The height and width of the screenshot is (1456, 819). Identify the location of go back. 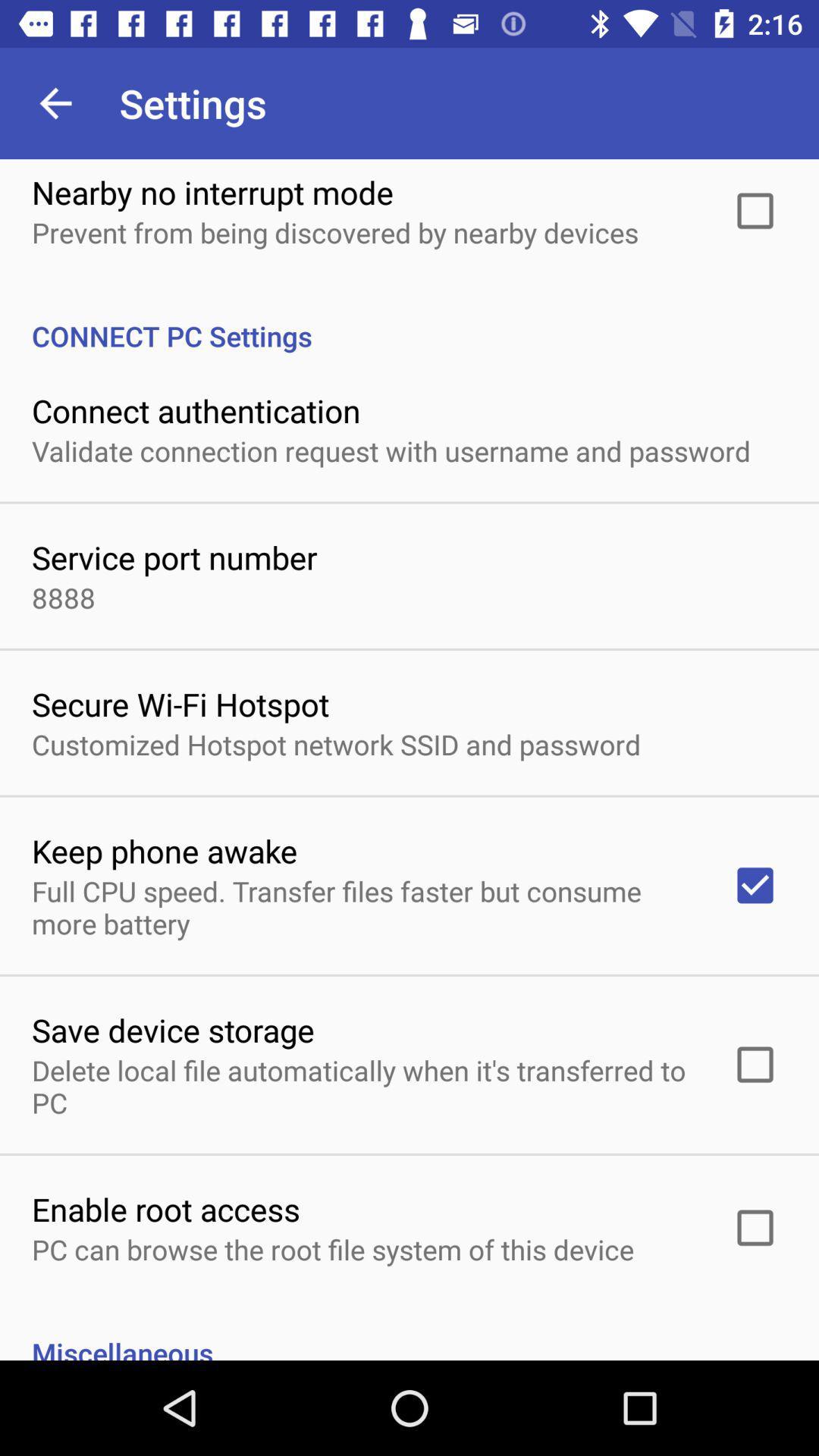
(55, 102).